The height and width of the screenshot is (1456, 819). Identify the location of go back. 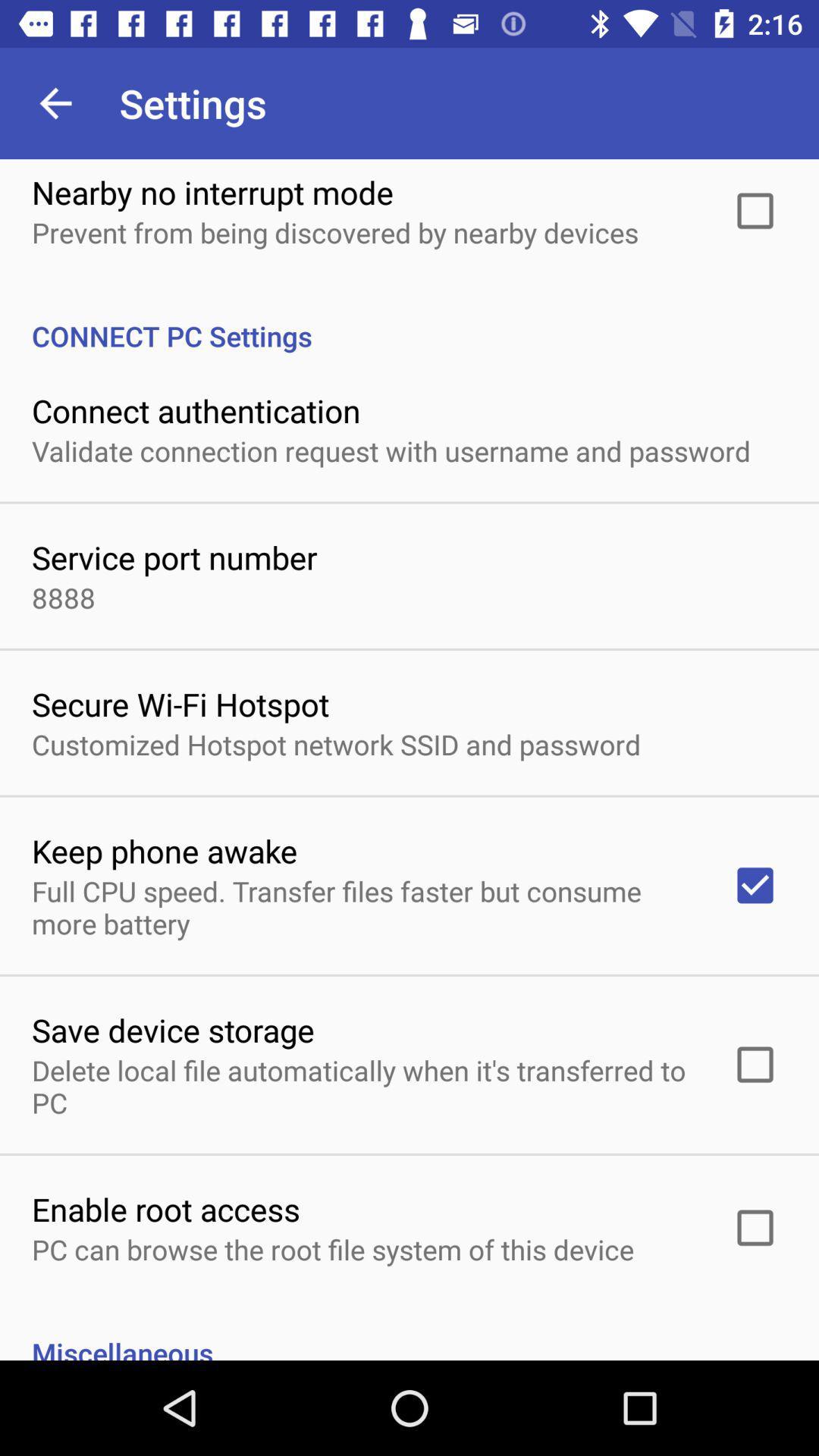
(55, 102).